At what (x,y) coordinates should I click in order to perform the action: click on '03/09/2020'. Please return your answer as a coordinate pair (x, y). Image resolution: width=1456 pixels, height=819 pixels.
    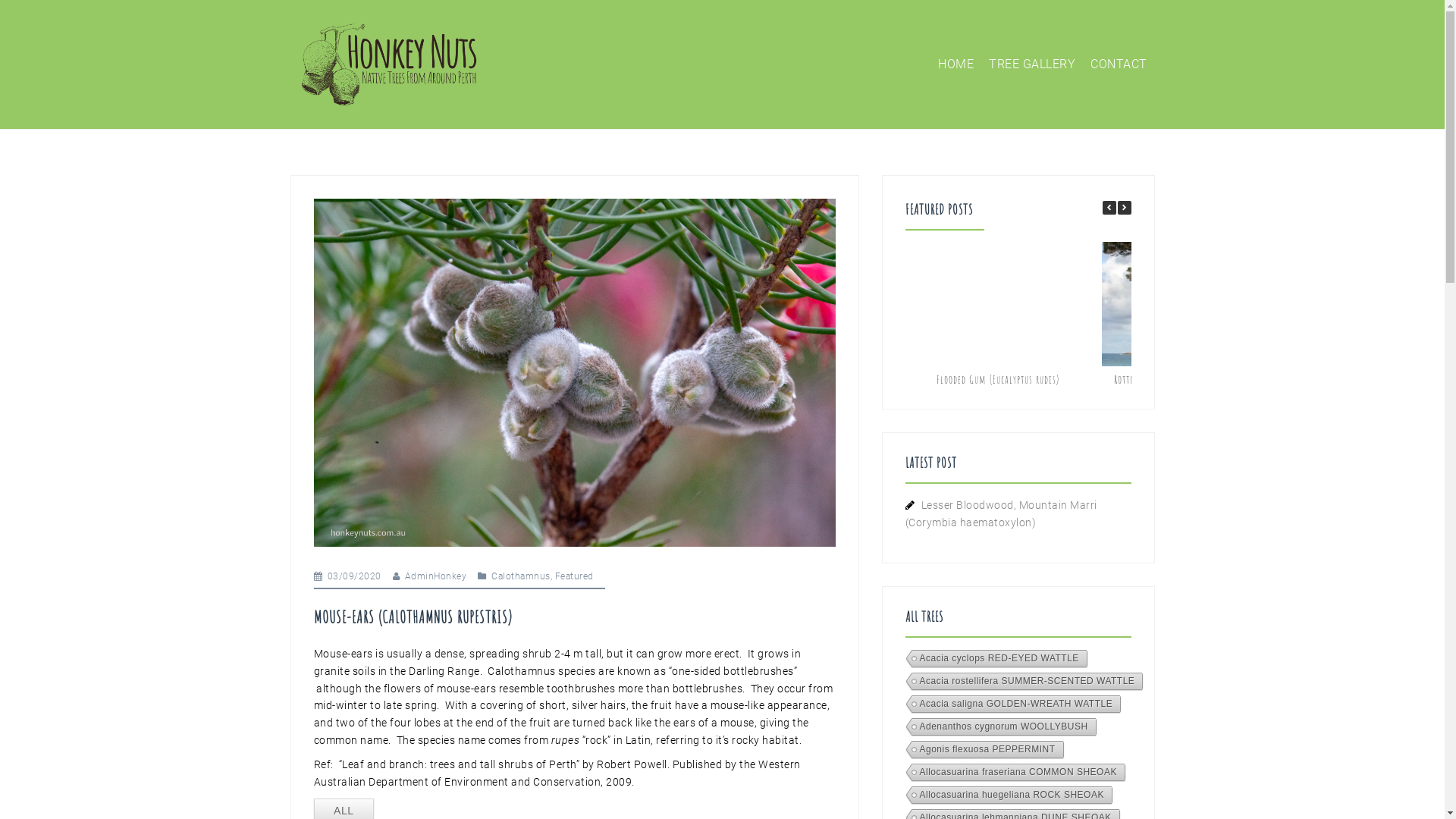
    Looking at the image, I should click on (353, 576).